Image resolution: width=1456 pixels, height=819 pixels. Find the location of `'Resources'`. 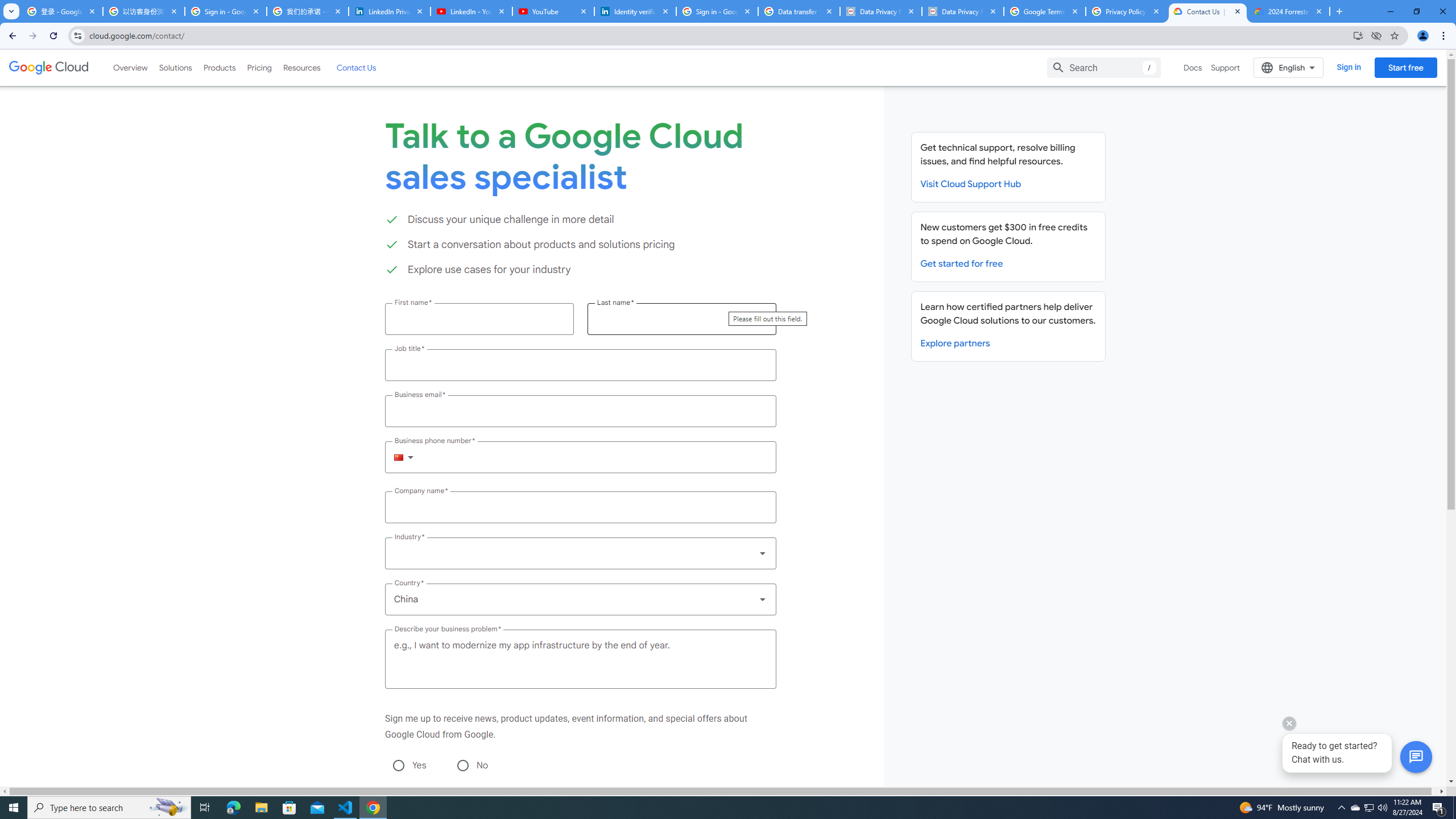

'Resources' is located at coordinates (301, 67).